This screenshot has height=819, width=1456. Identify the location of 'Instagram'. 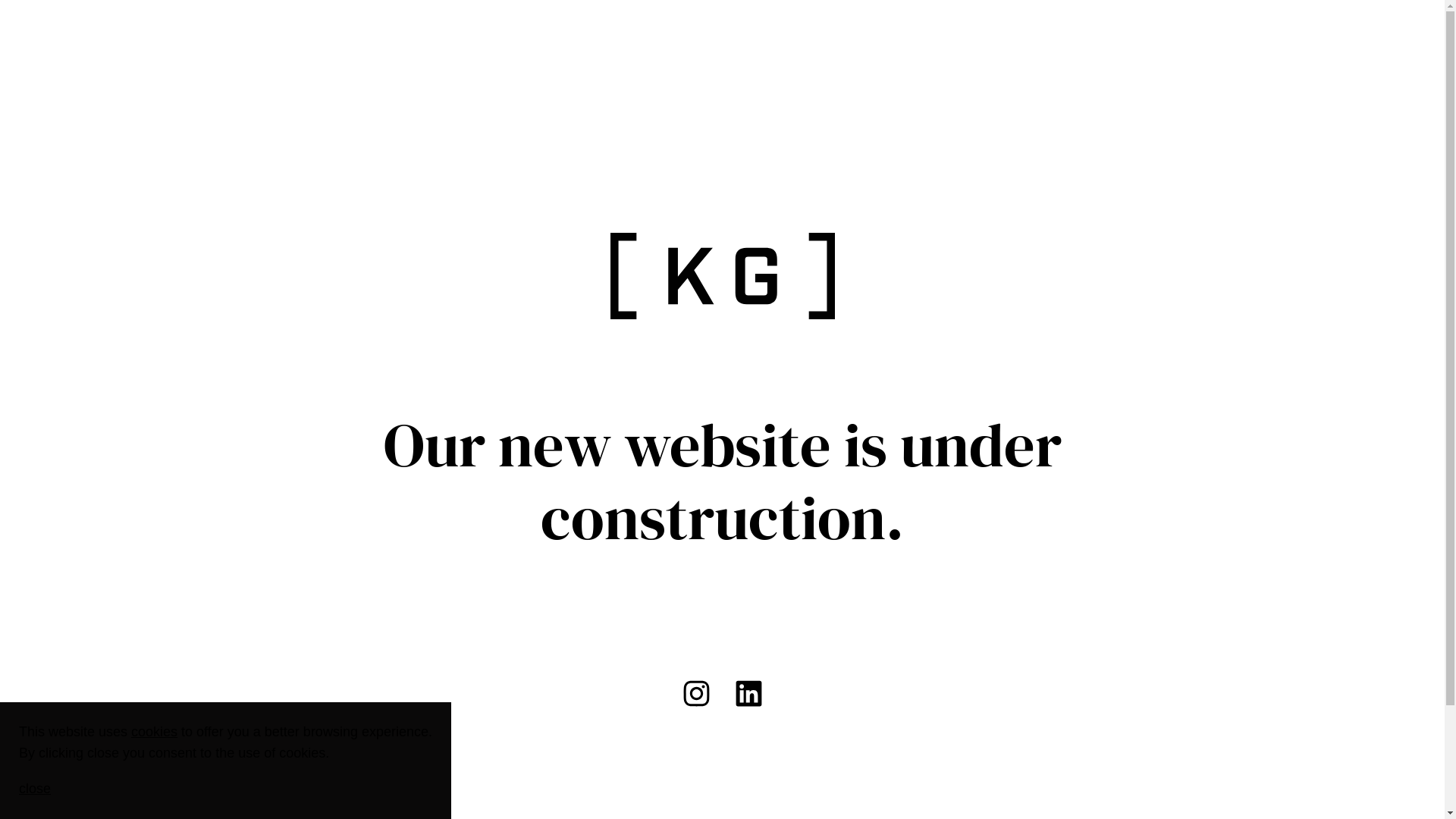
(695, 693).